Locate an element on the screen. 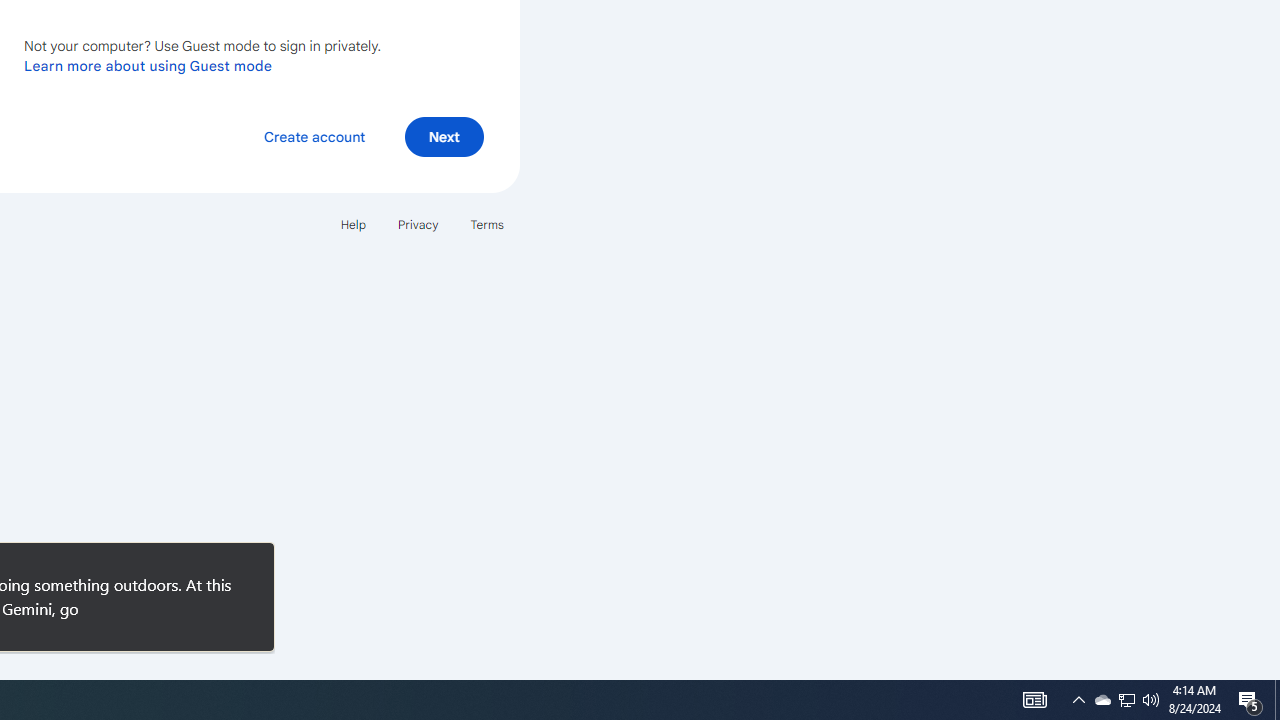 The height and width of the screenshot is (720, 1280). 'Privacy' is located at coordinates (416, 224).